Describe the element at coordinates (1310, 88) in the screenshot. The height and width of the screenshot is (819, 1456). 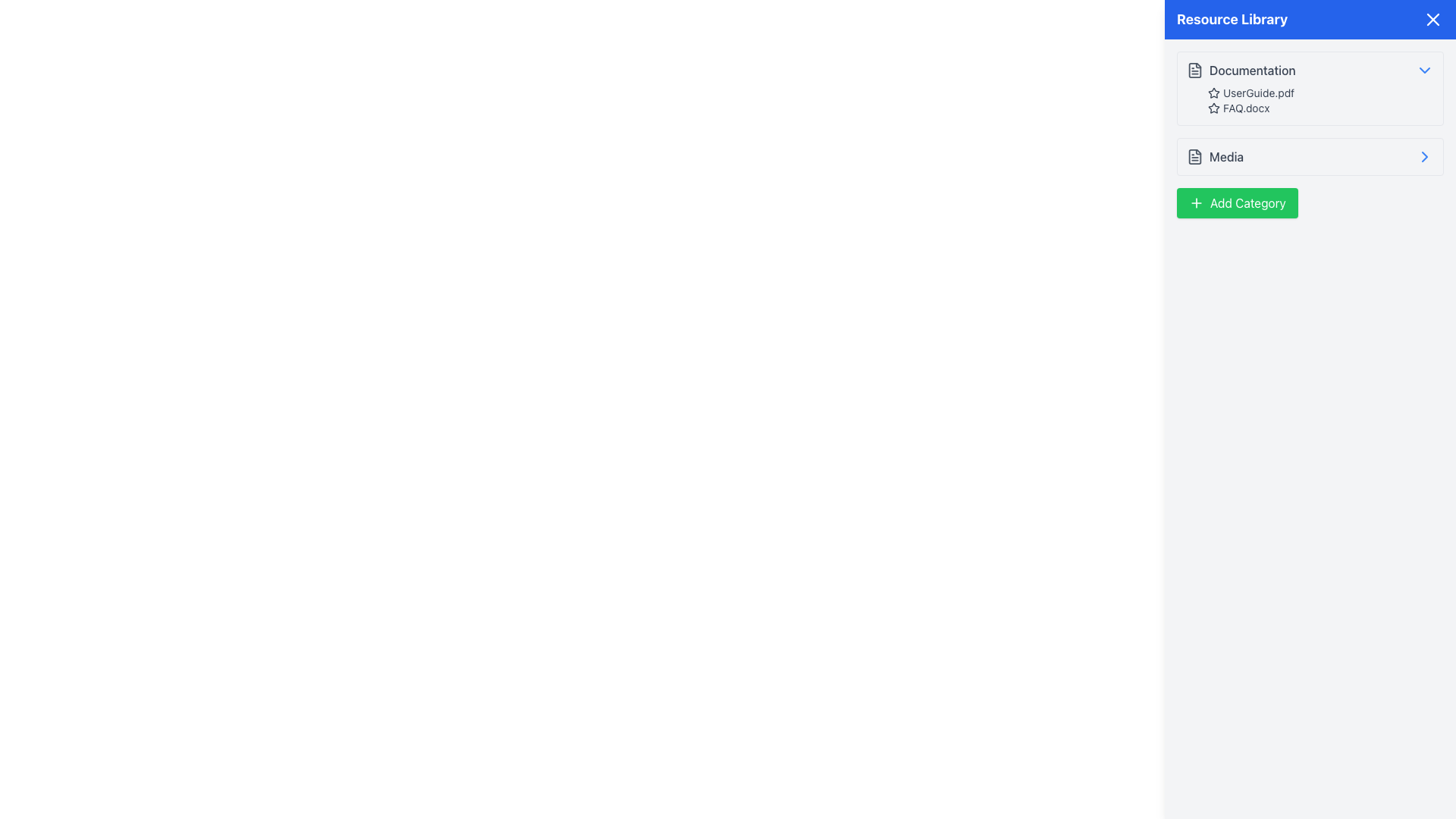
I see `the dropdown arrow of the Collapsible Section in the 'Resource Library' side panel` at that location.